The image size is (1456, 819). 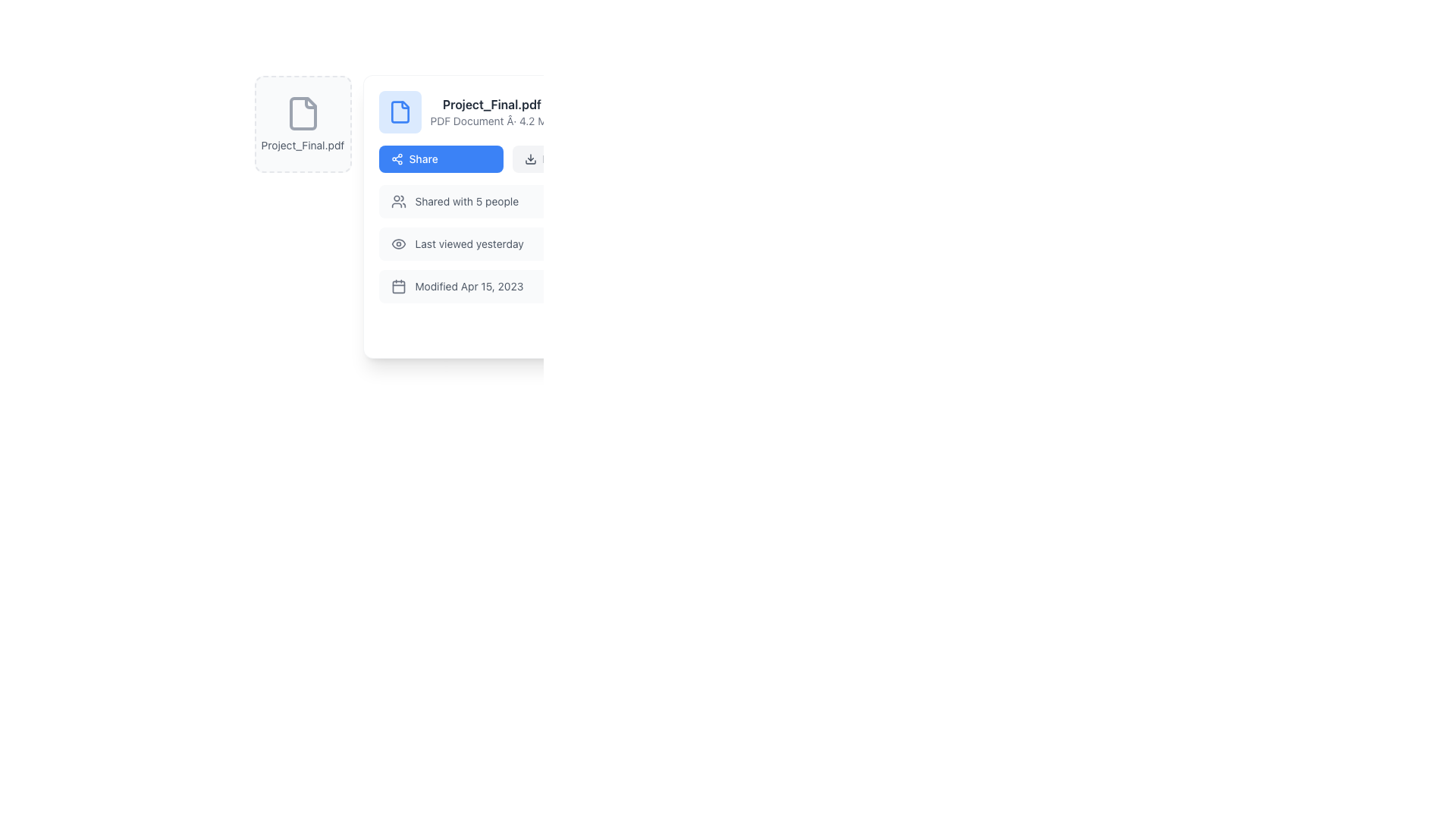 I want to click on the Text Display that informs users about the type and size of the file 'Project_Final.pdf', located beneath the file name in the details pane of the document management interface, so click(x=491, y=120).